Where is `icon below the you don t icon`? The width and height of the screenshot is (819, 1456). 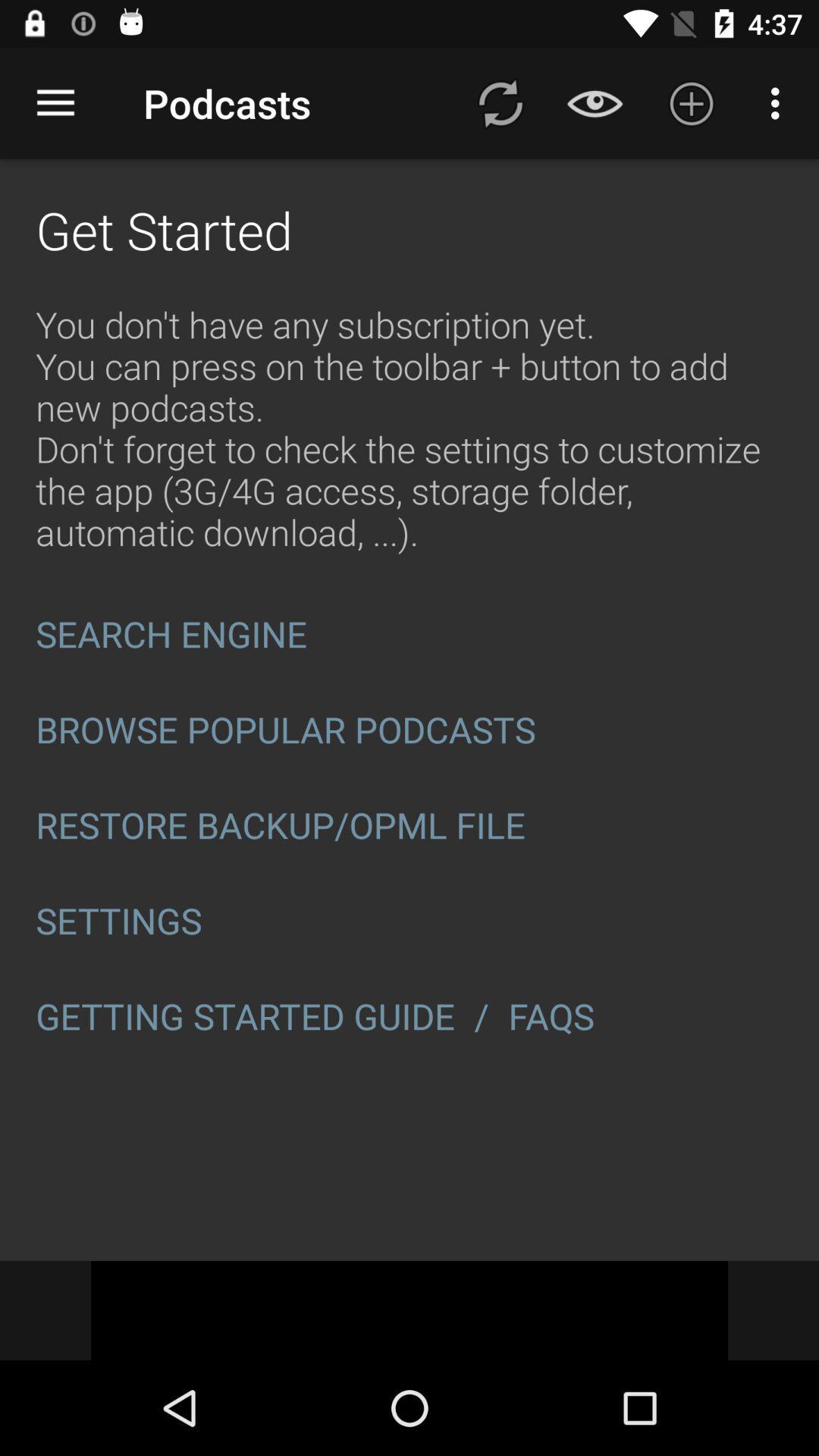
icon below the you don t icon is located at coordinates (409, 634).